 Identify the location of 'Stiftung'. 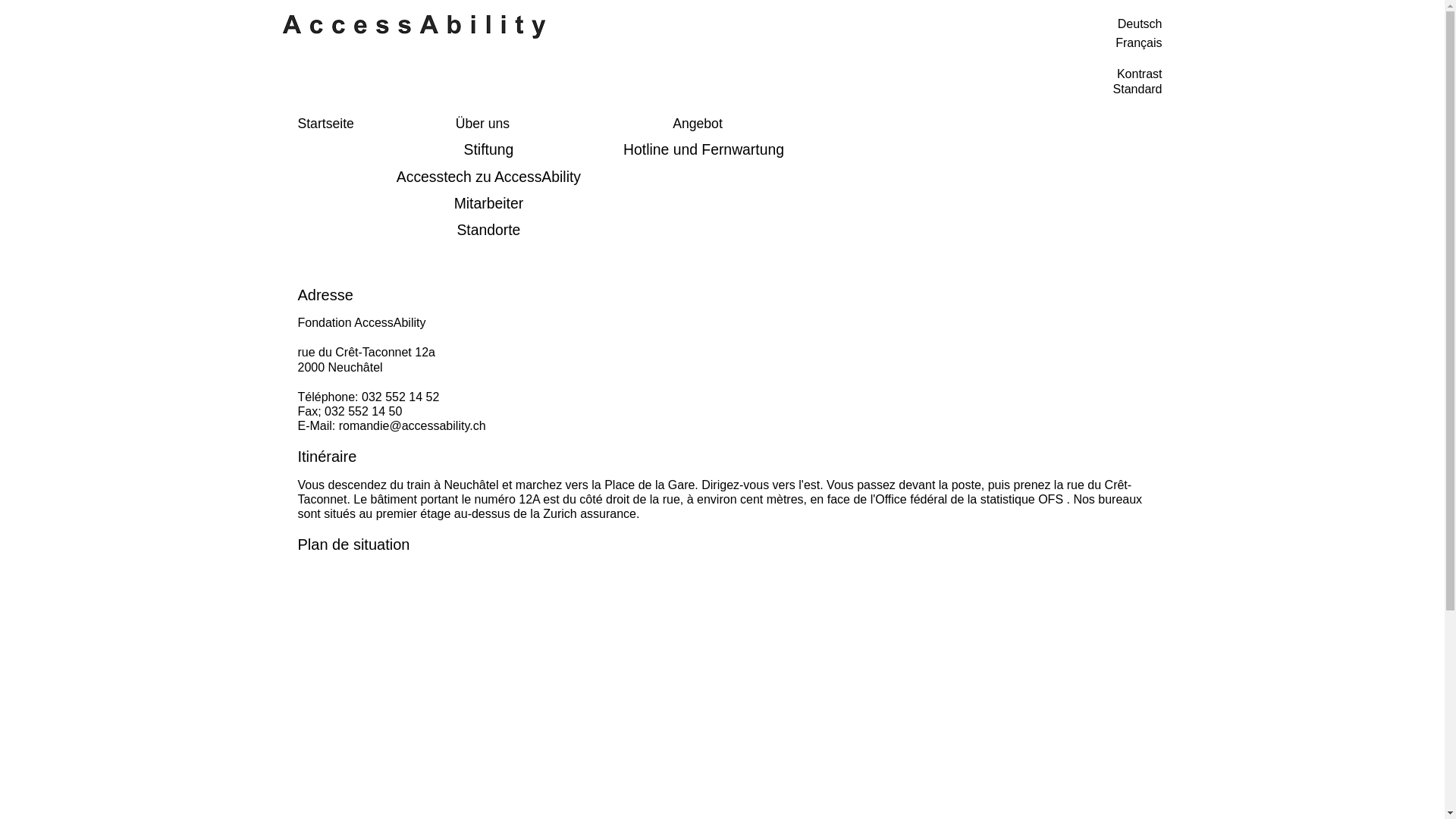
(381, 149).